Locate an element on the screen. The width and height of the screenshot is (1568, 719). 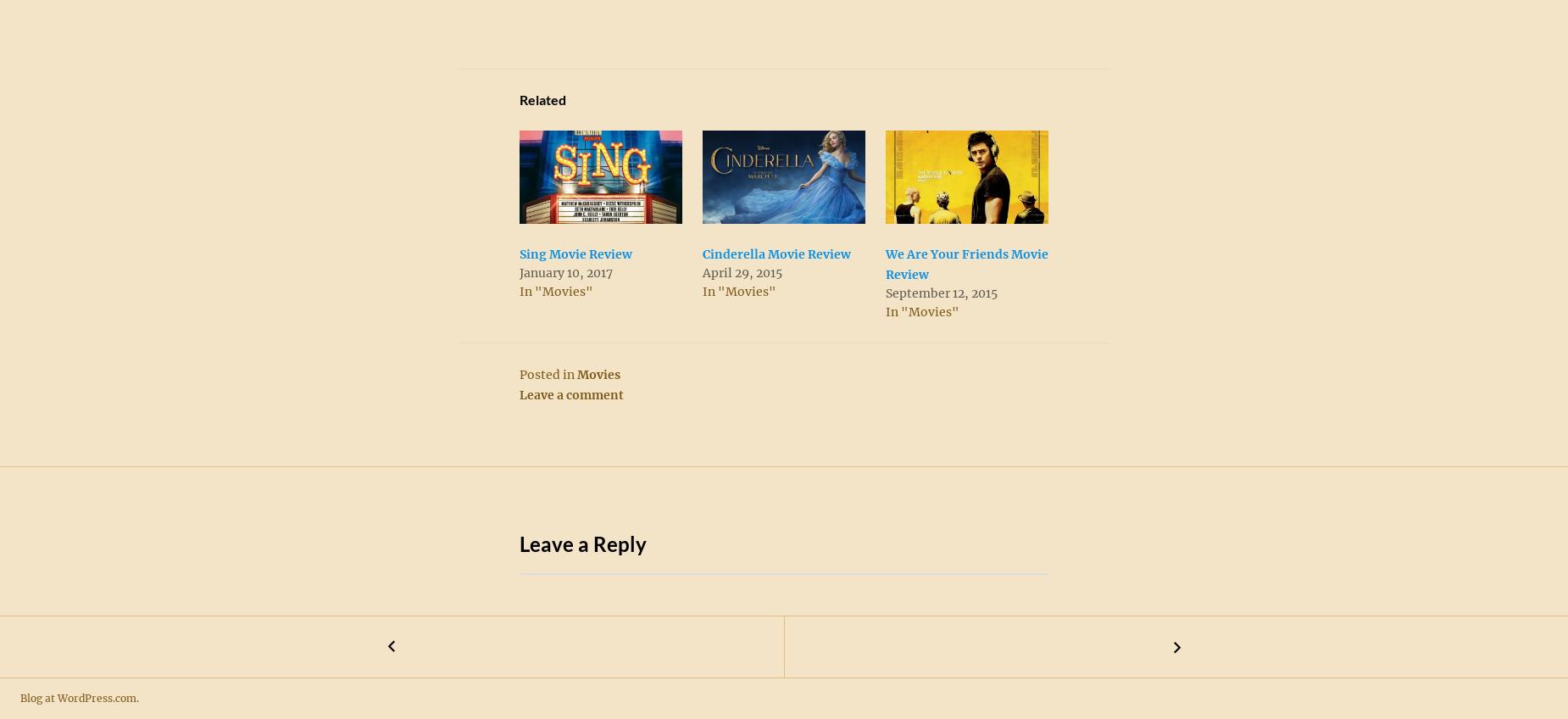
'Posted in' is located at coordinates (548, 373).